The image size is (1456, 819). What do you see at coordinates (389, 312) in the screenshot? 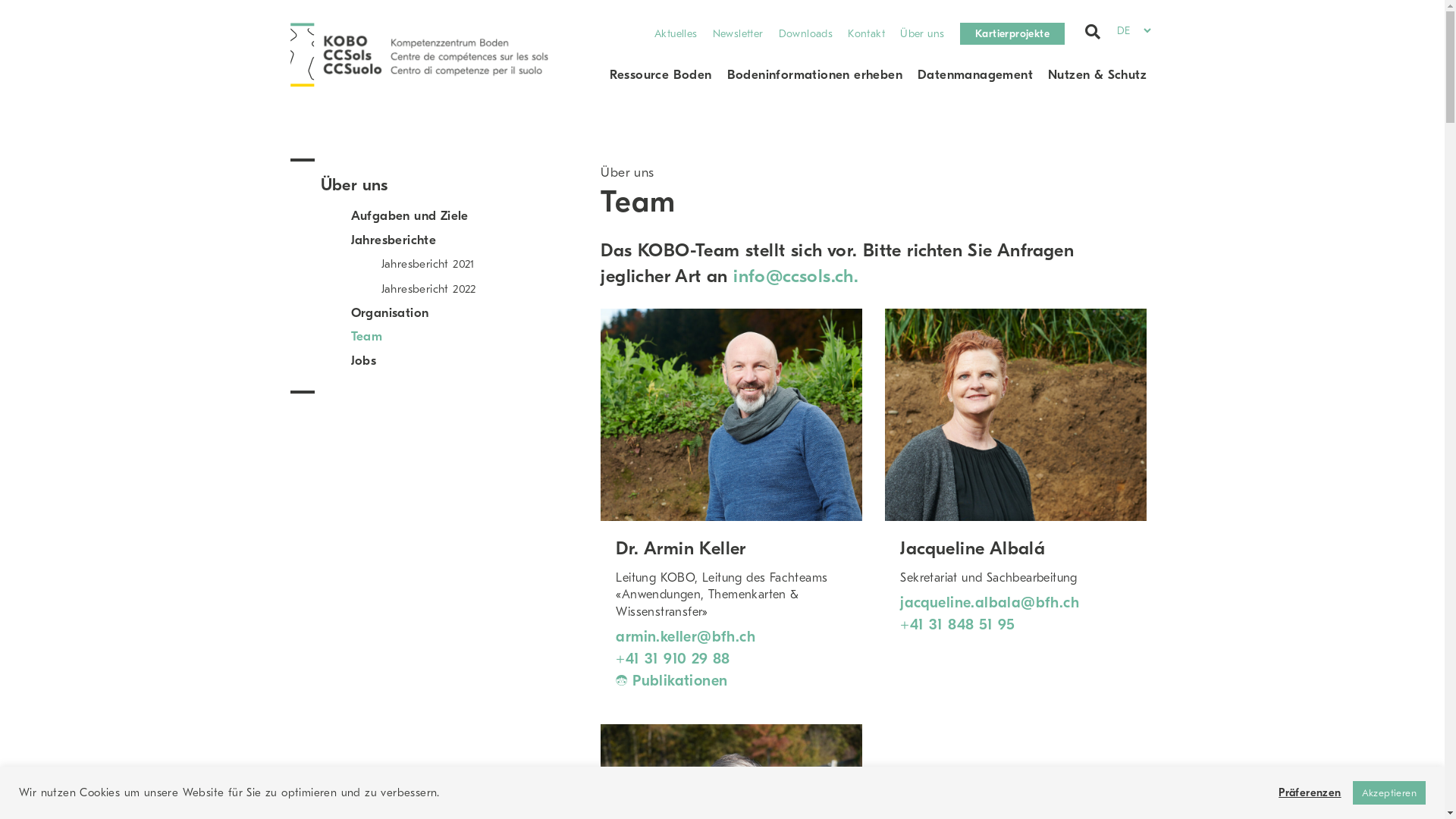
I see `'Organisation'` at bounding box center [389, 312].